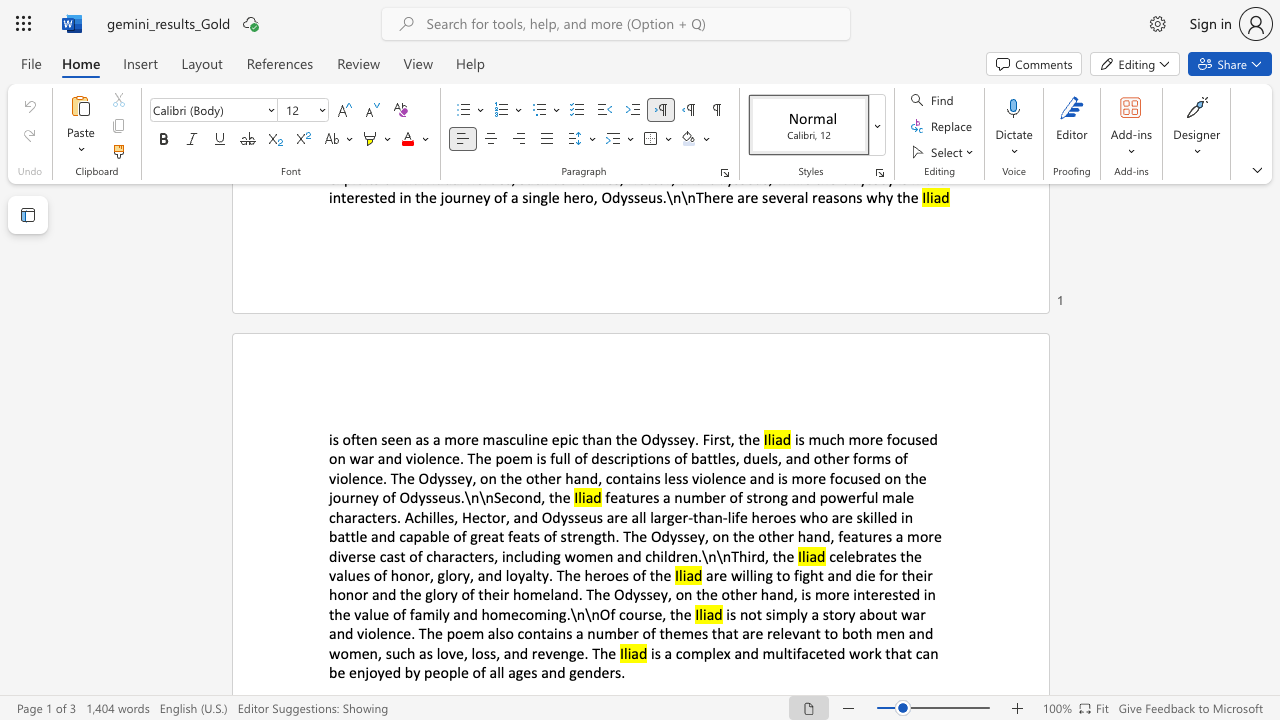  Describe the element at coordinates (651, 653) in the screenshot. I see `the subset text "is a complex and multifaceted work that can be enjoyed by people" within the text "is a complex and multifaceted work that can be enjoyed by people of all ages and genders."` at that location.